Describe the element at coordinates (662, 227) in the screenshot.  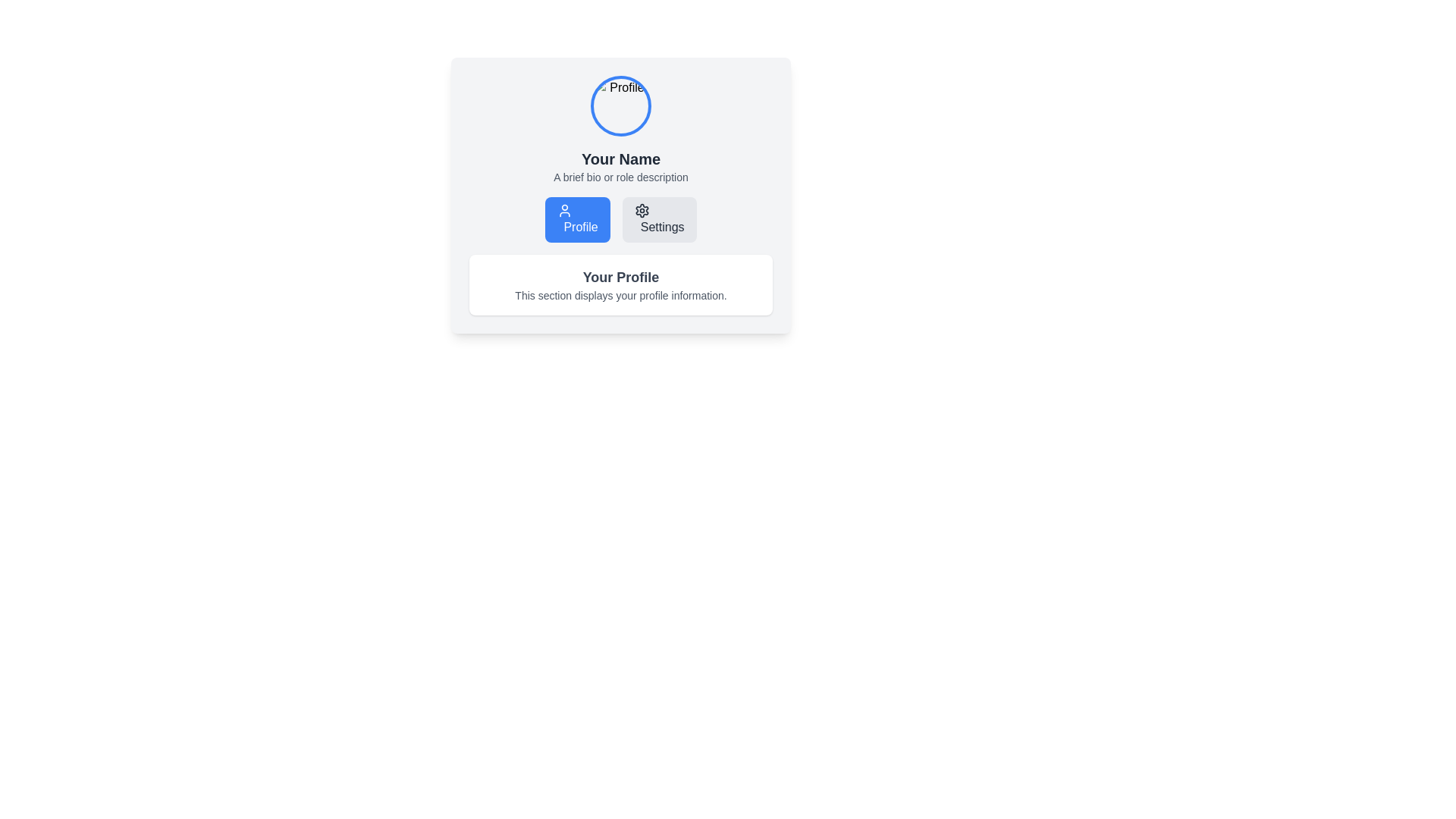
I see `the 'Settings' text label within the button` at that location.